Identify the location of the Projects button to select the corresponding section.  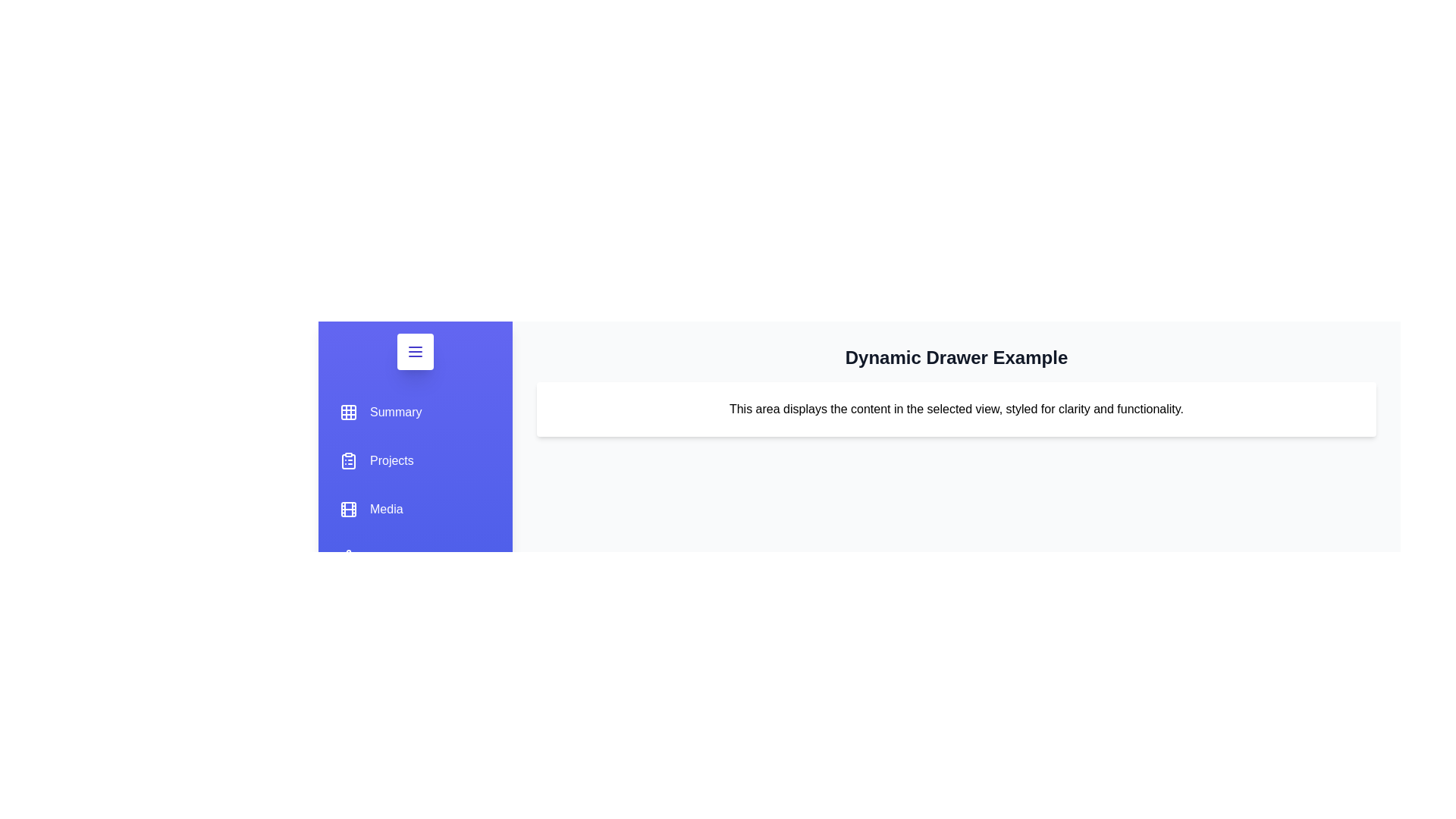
(375, 460).